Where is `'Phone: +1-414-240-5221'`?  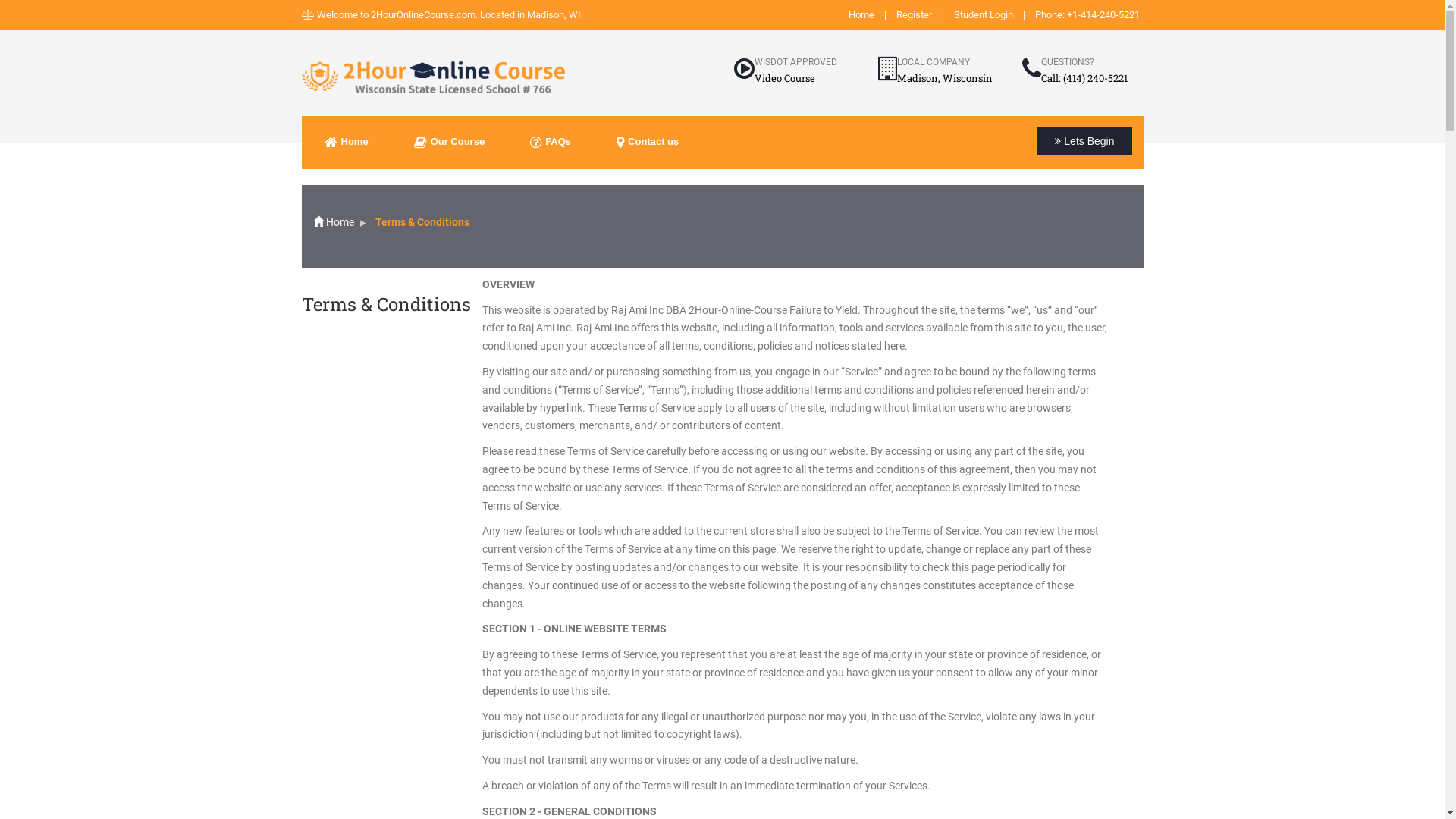 'Phone: +1-414-240-5221' is located at coordinates (1086, 14).